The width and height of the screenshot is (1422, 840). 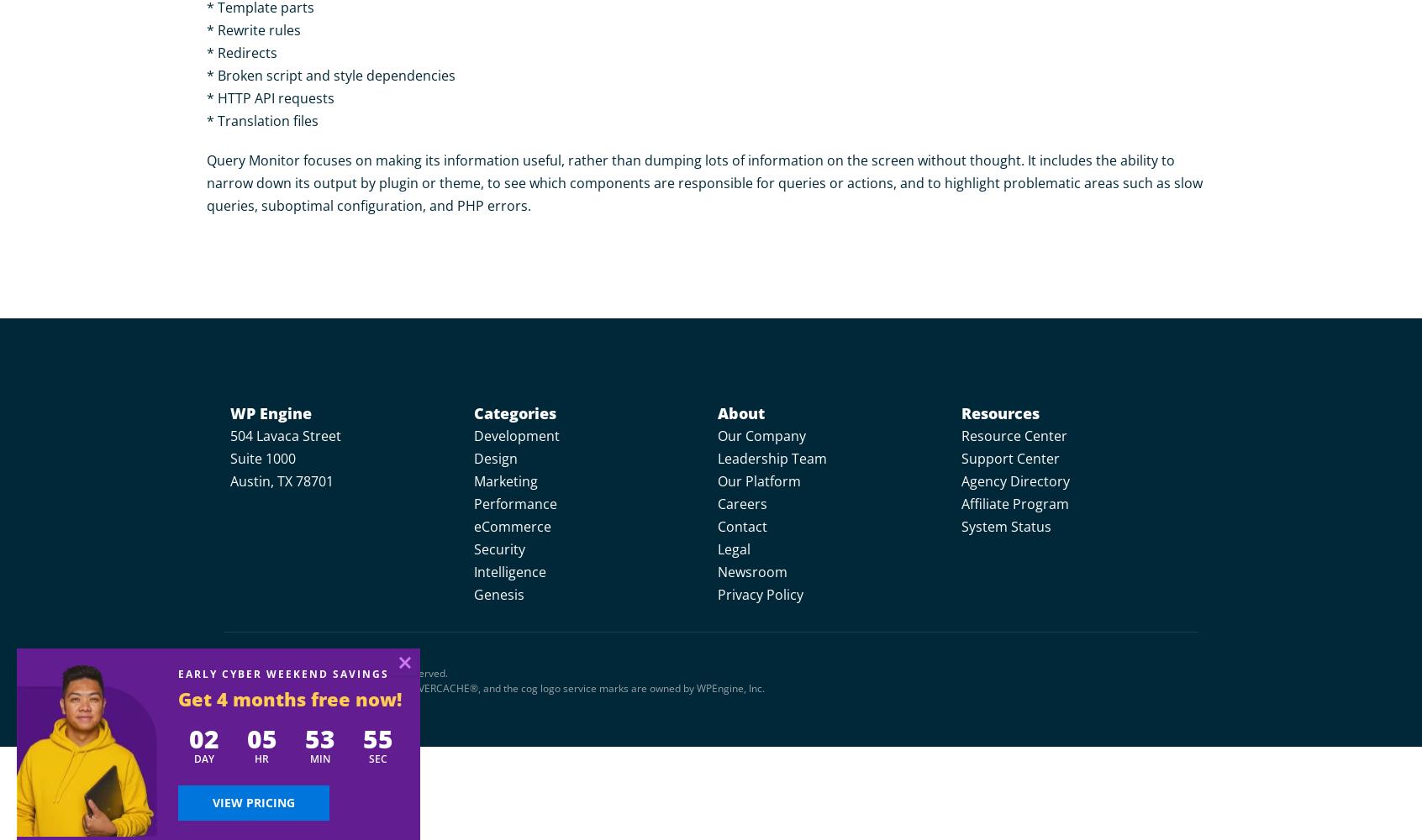 I want to click on 'Categories', so click(x=473, y=412).